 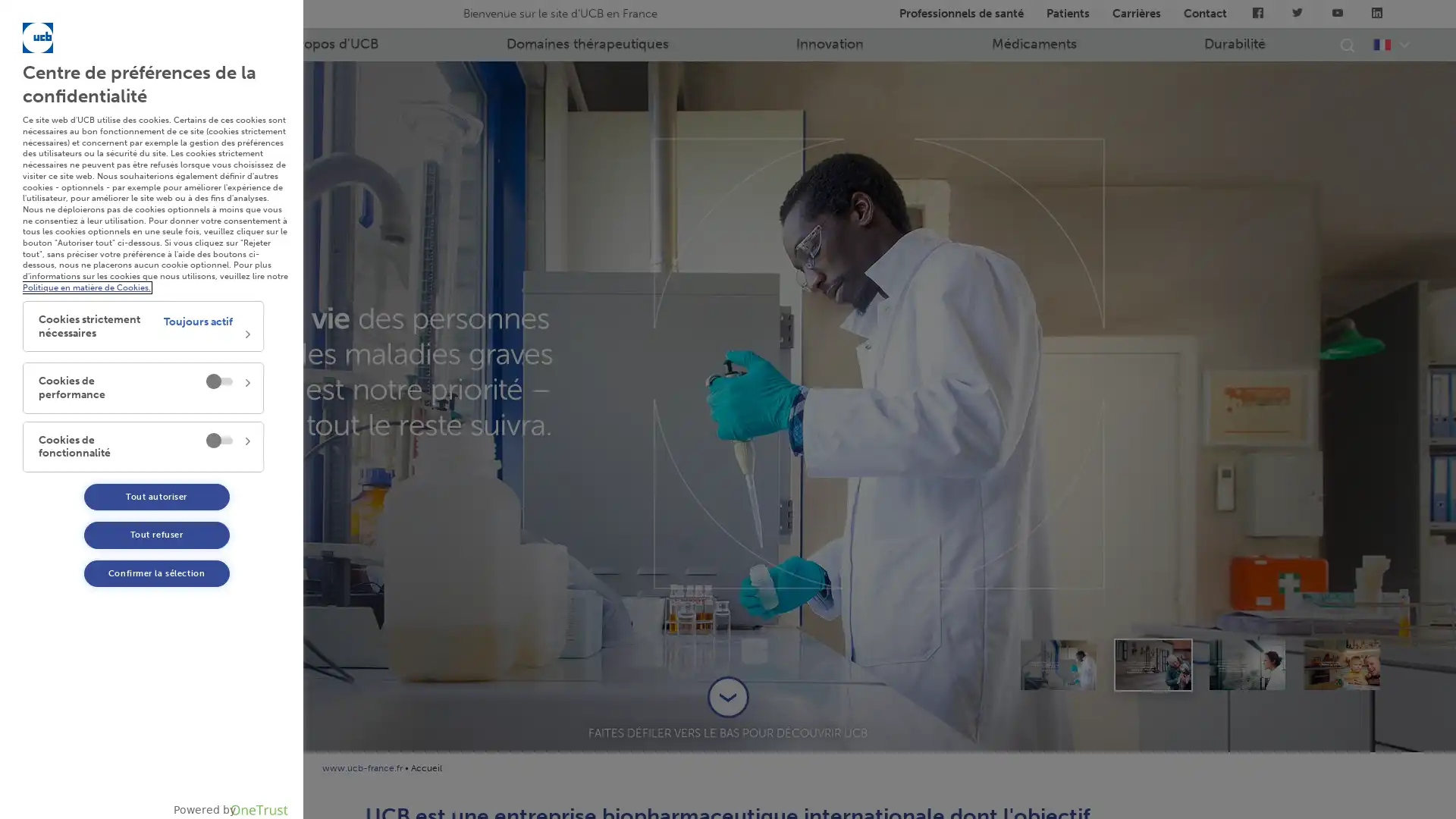 I want to click on Patient UCB, so click(x=1341, y=663).